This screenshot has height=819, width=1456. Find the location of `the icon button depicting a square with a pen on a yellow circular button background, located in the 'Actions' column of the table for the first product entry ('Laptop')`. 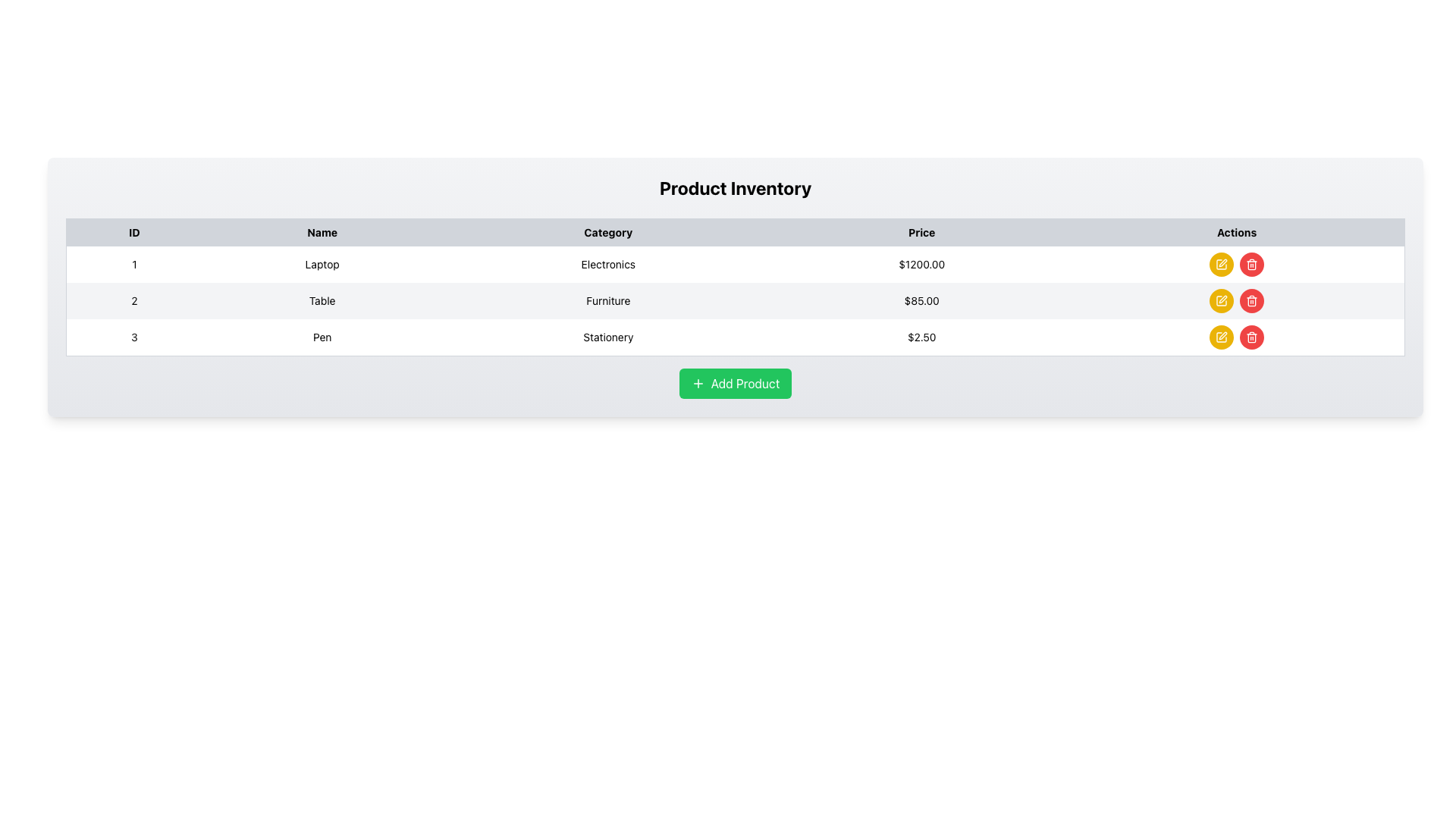

the icon button depicting a square with a pen on a yellow circular button background, located in the 'Actions' column of the table for the first product entry ('Laptop') is located at coordinates (1222, 263).